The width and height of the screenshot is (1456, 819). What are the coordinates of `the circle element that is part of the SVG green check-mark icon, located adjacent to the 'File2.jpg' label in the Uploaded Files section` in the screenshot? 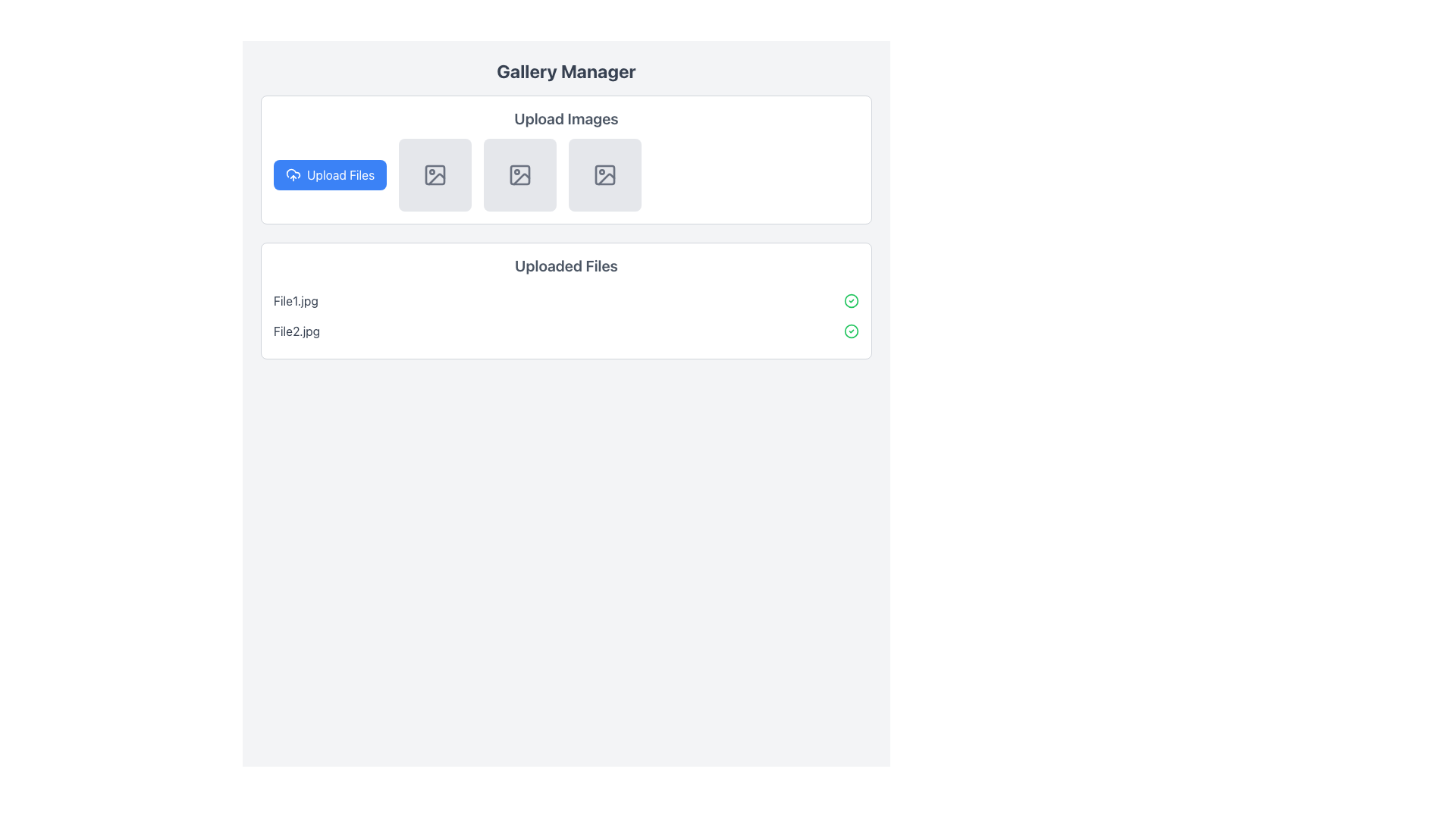 It's located at (852, 301).